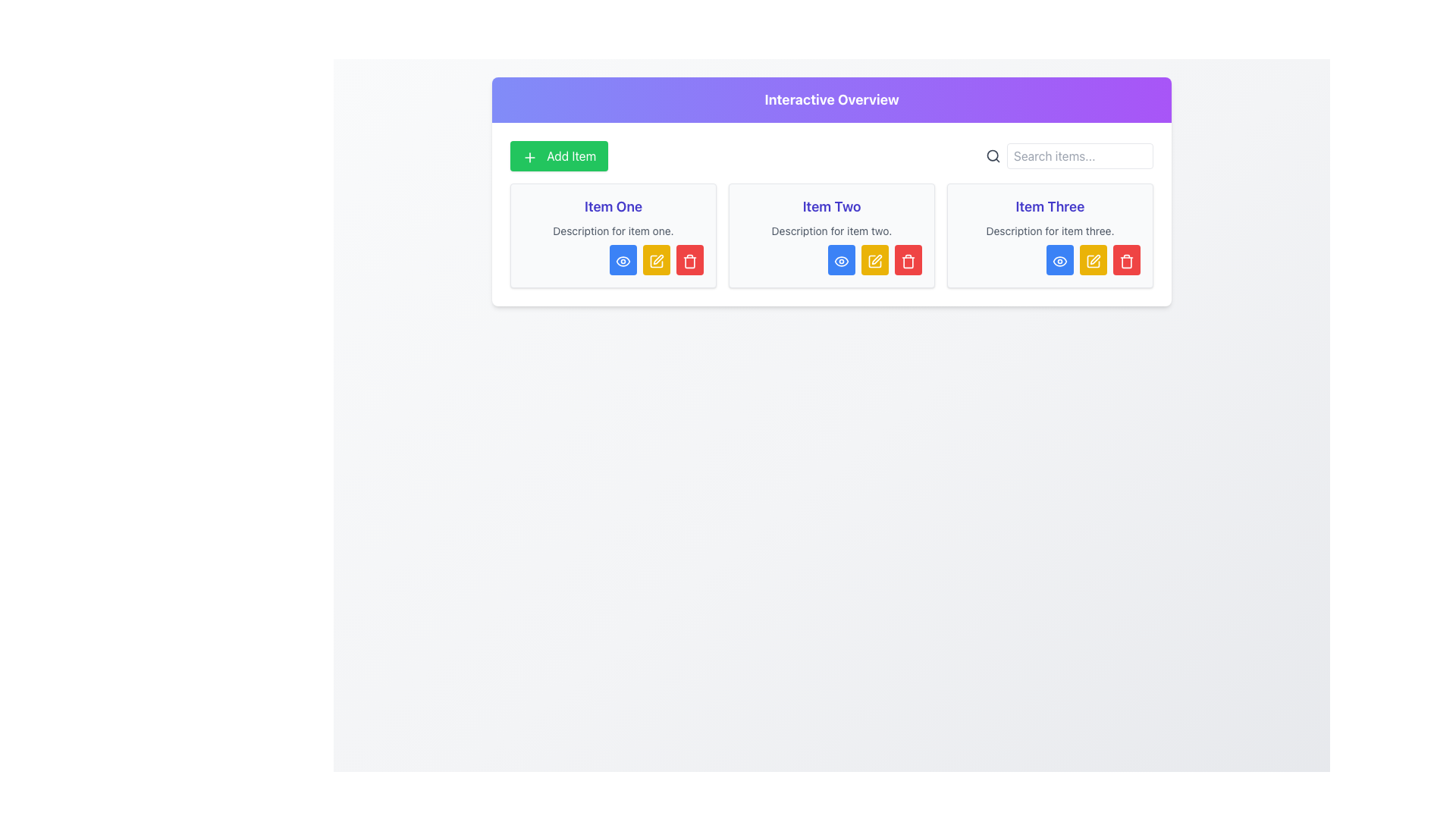 This screenshot has width=1456, height=819. What do you see at coordinates (1127, 259) in the screenshot?
I see `the small red button with a white trash can icon located in the bottom right corner of the card titled 'Item Three'` at bounding box center [1127, 259].